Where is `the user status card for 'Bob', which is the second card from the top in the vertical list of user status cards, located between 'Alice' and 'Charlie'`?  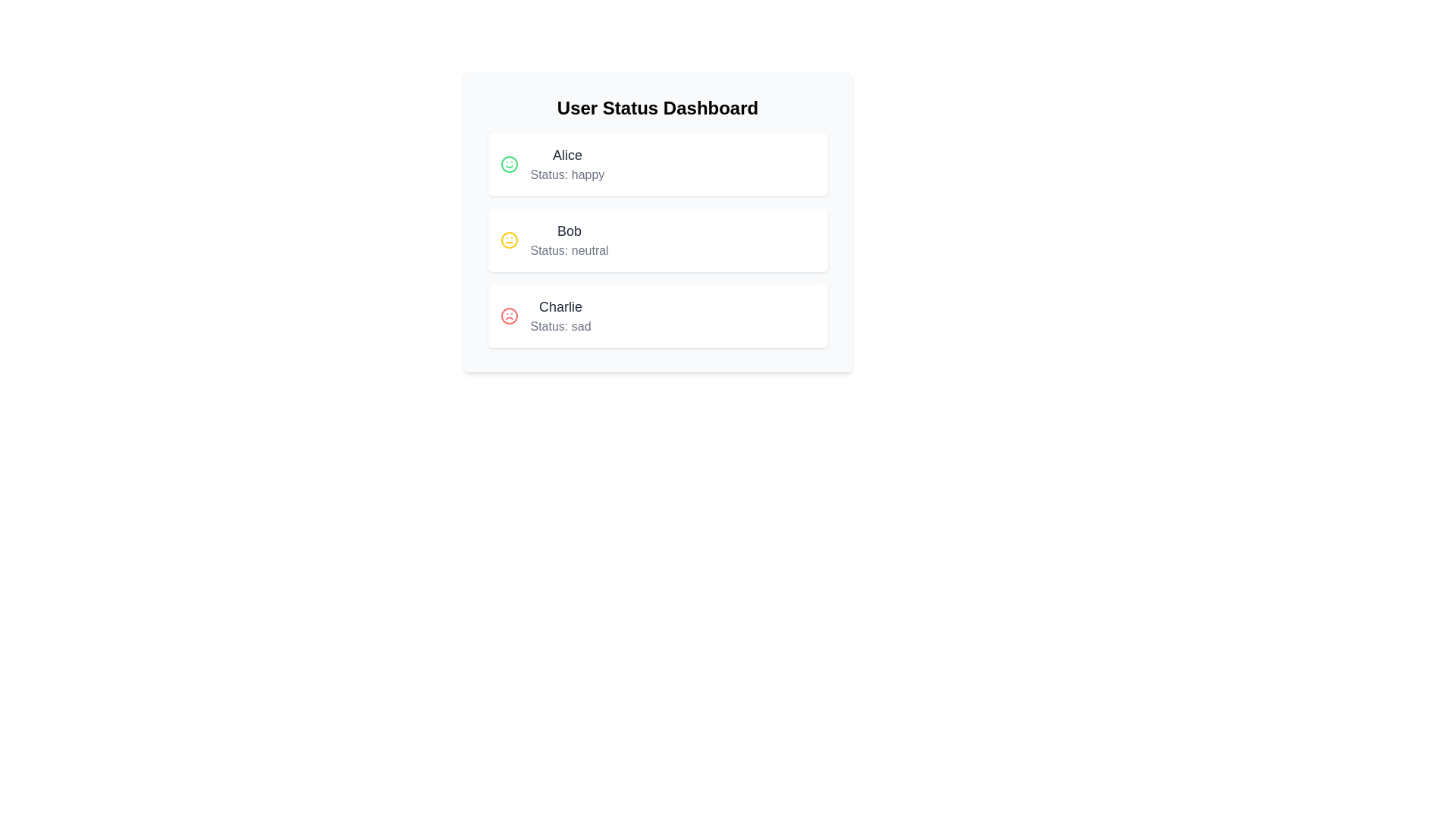 the user status card for 'Bob', which is the second card from the top in the vertical list of user status cards, located between 'Alice' and 'Charlie' is located at coordinates (657, 239).